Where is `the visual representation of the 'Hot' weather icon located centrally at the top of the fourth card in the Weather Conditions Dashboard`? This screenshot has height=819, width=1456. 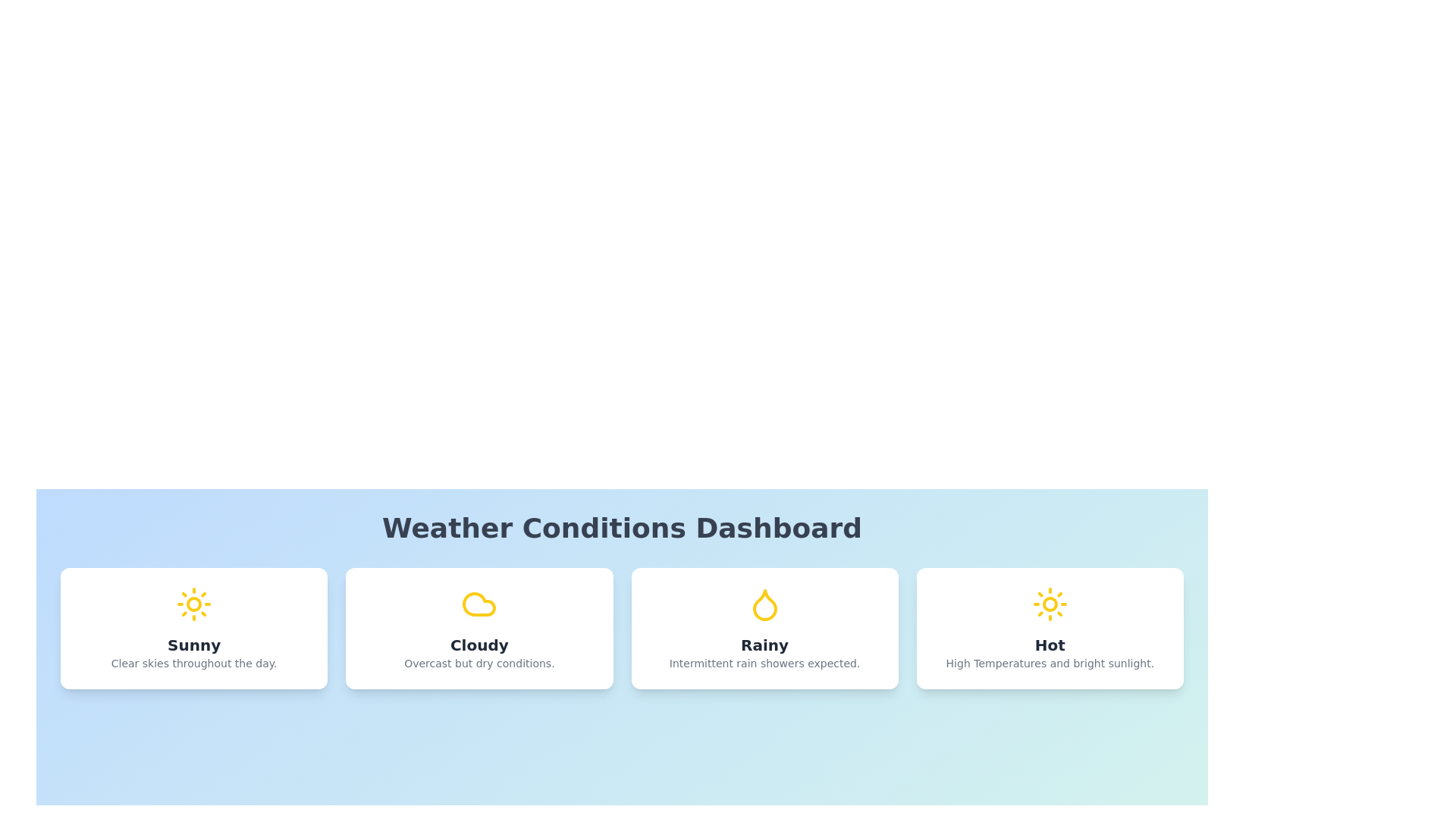
the visual representation of the 'Hot' weather icon located centrally at the top of the fourth card in the Weather Conditions Dashboard is located at coordinates (1049, 604).